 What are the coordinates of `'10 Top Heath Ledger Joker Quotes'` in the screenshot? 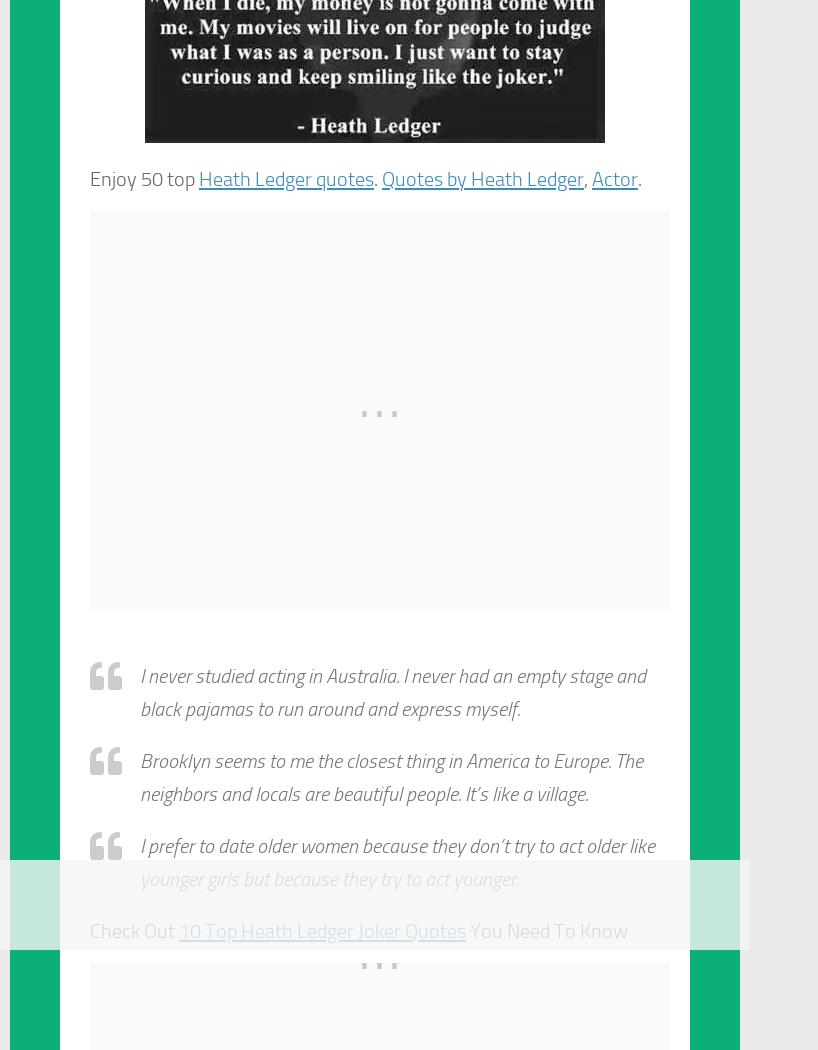 It's located at (321, 931).